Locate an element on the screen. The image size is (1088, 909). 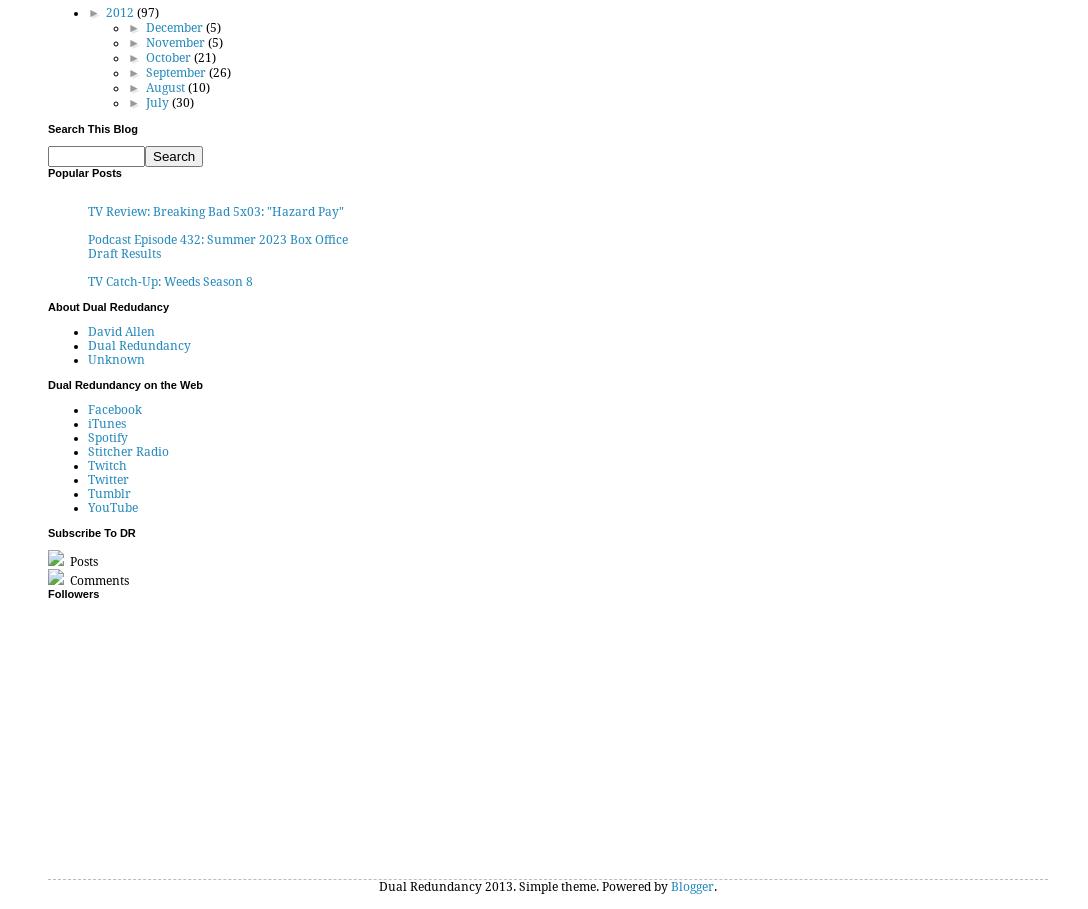
'October' is located at coordinates (167, 57).